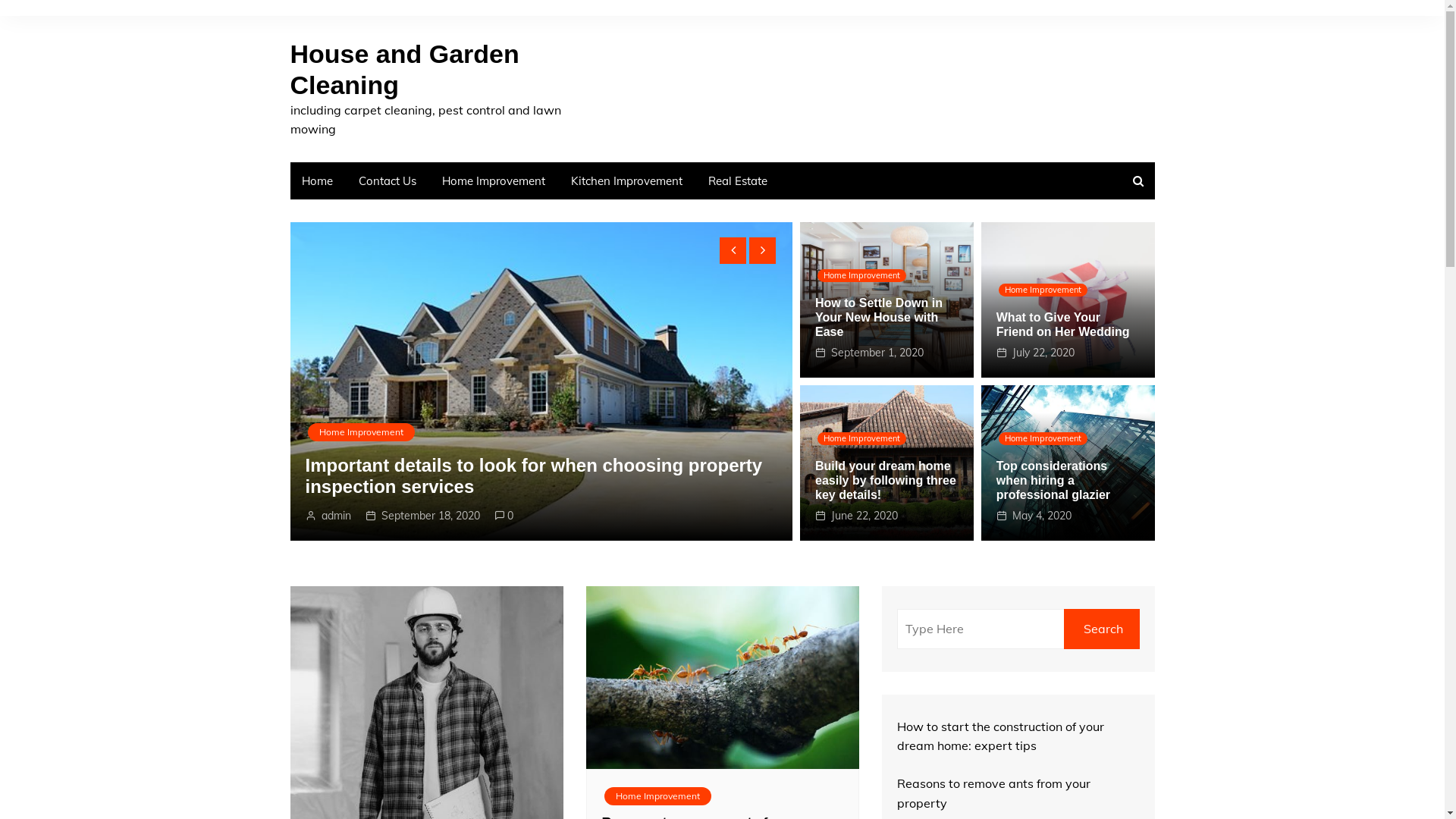 This screenshot has height=819, width=1456. I want to click on 'Real Estate', so click(737, 180).